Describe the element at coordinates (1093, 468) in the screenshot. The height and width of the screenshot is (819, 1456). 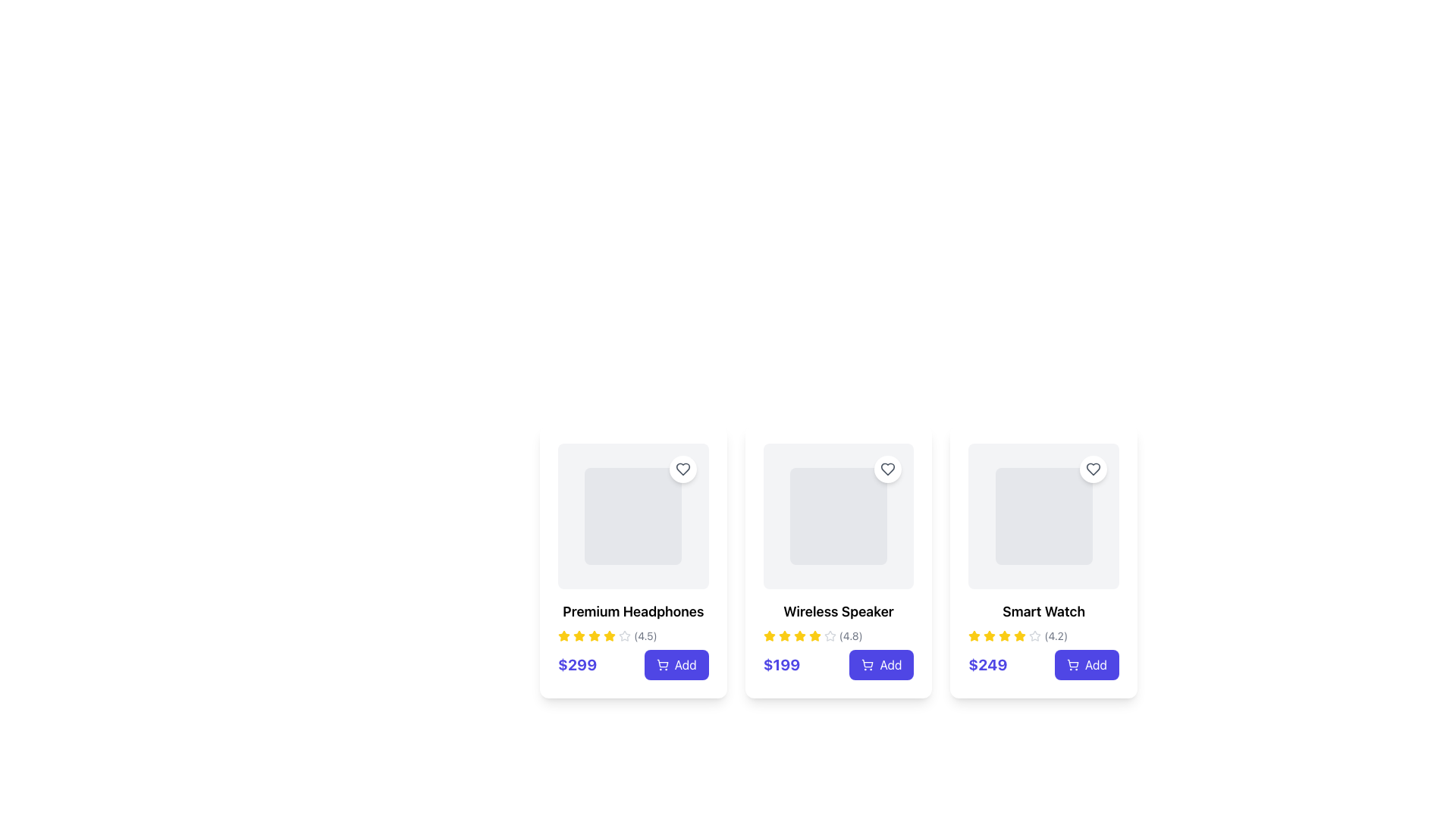
I see `the favorite button located in the upper right corner of the 'Smart Watch' card, which is the third button from the left among similar buttons` at that location.